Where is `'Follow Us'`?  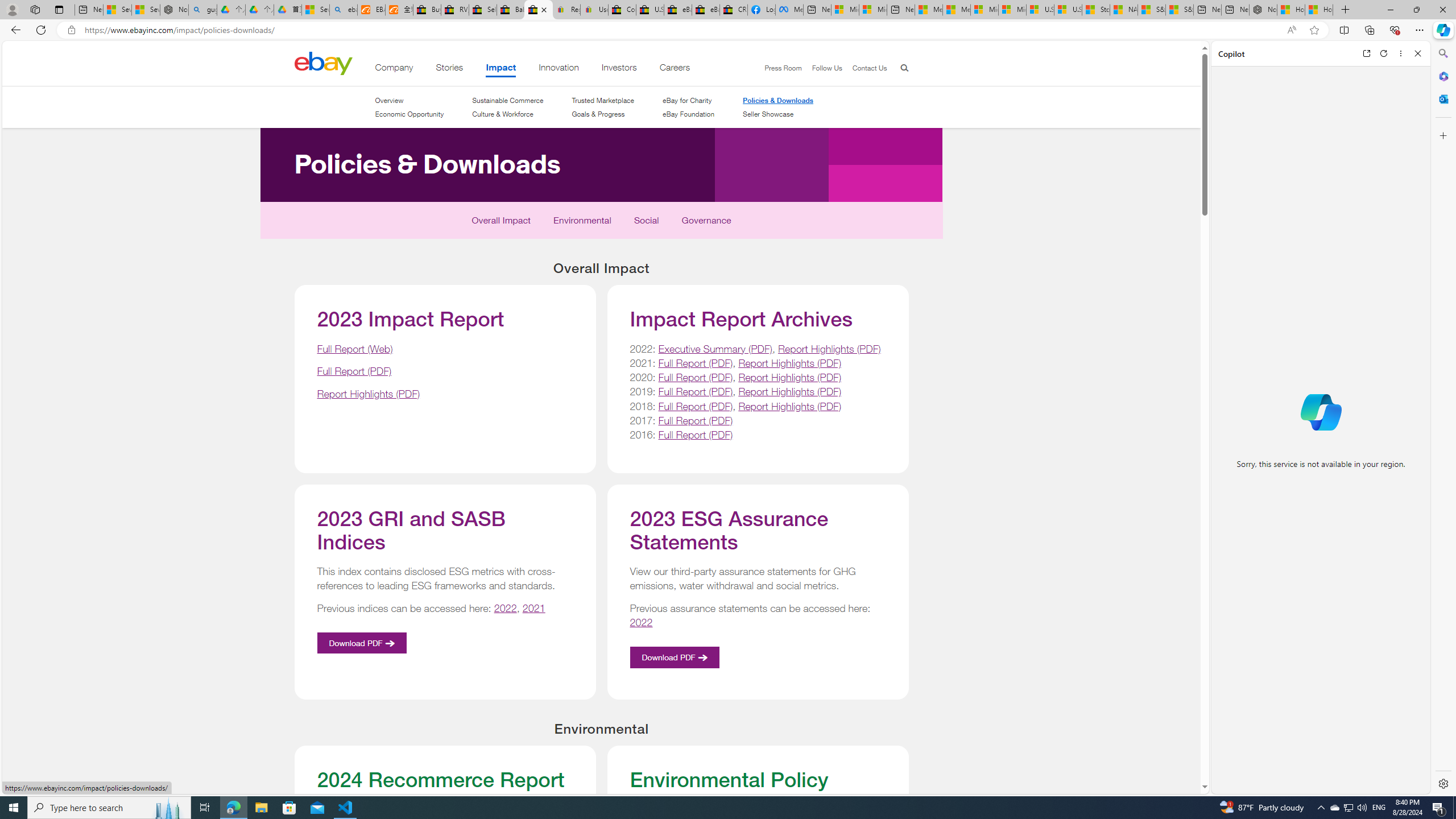
'Follow Us' is located at coordinates (821, 68).